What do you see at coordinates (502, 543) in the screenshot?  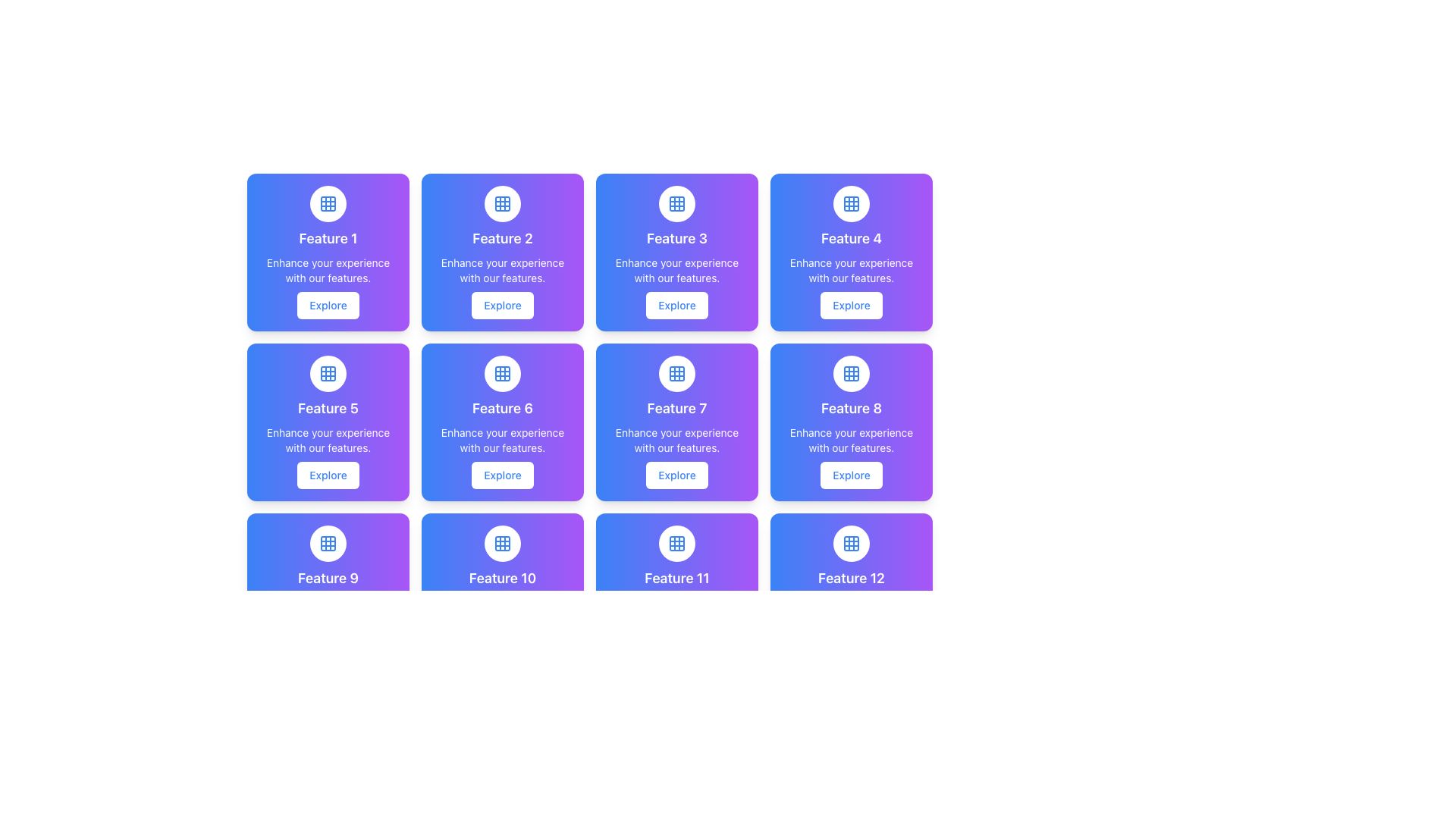 I see `the decorative element that is part of the SVG grid icon located at the top of the 'Feature 10' card, which is the second card in the last row` at bounding box center [502, 543].